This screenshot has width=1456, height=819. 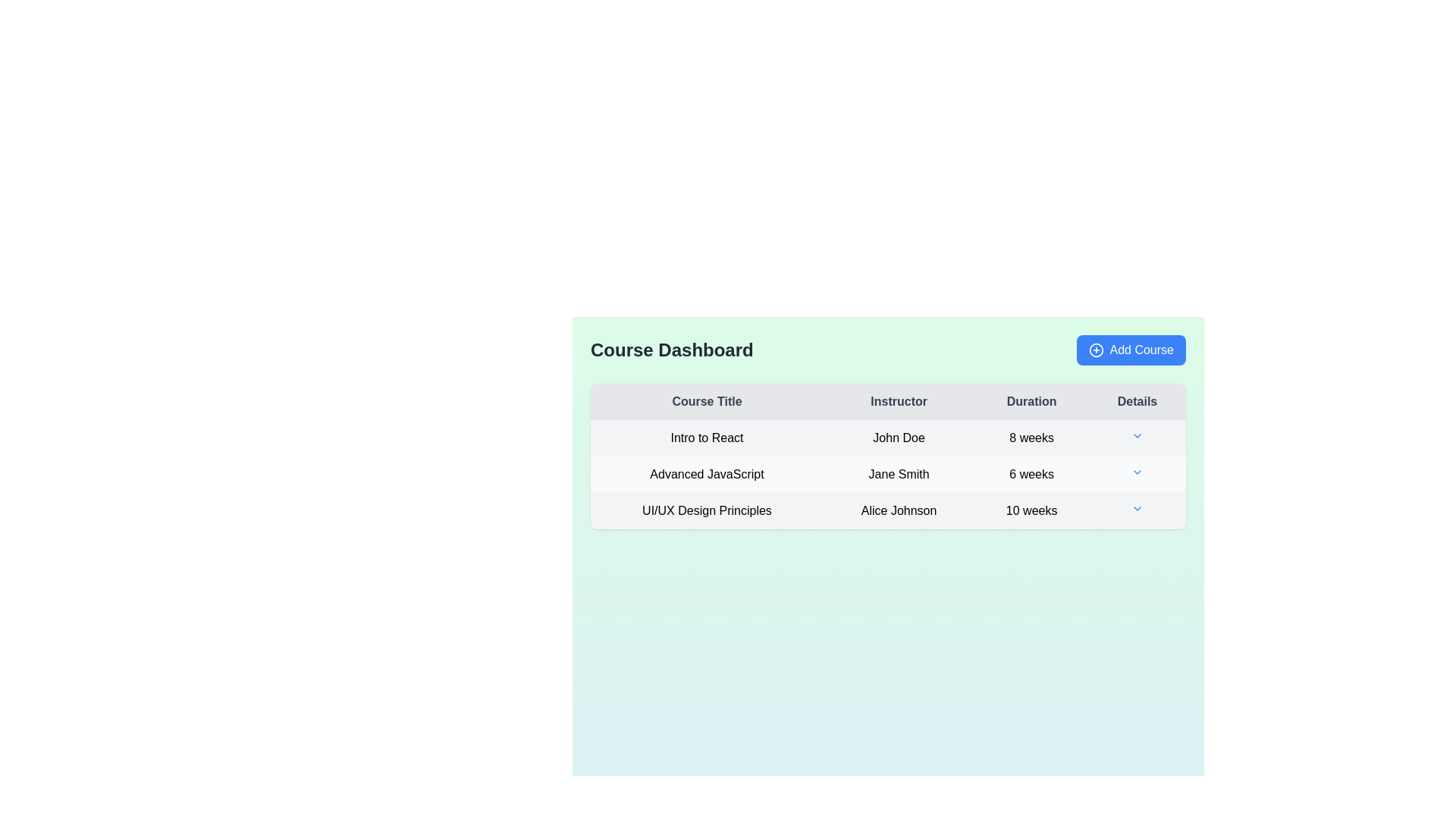 What do you see at coordinates (888, 438) in the screenshot?
I see `the first row of the course entries table` at bounding box center [888, 438].